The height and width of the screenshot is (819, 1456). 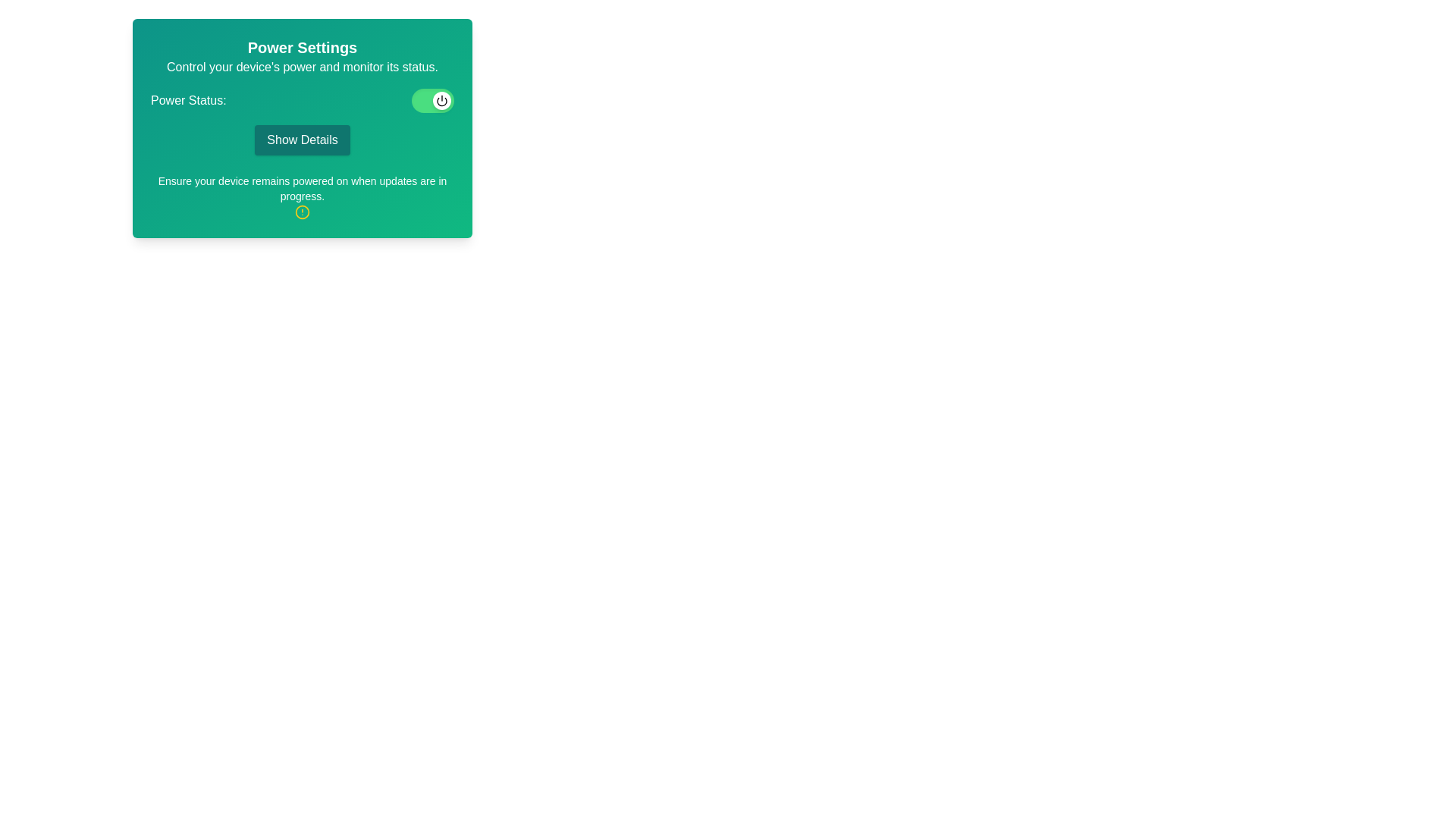 What do you see at coordinates (302, 46) in the screenshot?
I see `the heading text element indicating power settings` at bounding box center [302, 46].